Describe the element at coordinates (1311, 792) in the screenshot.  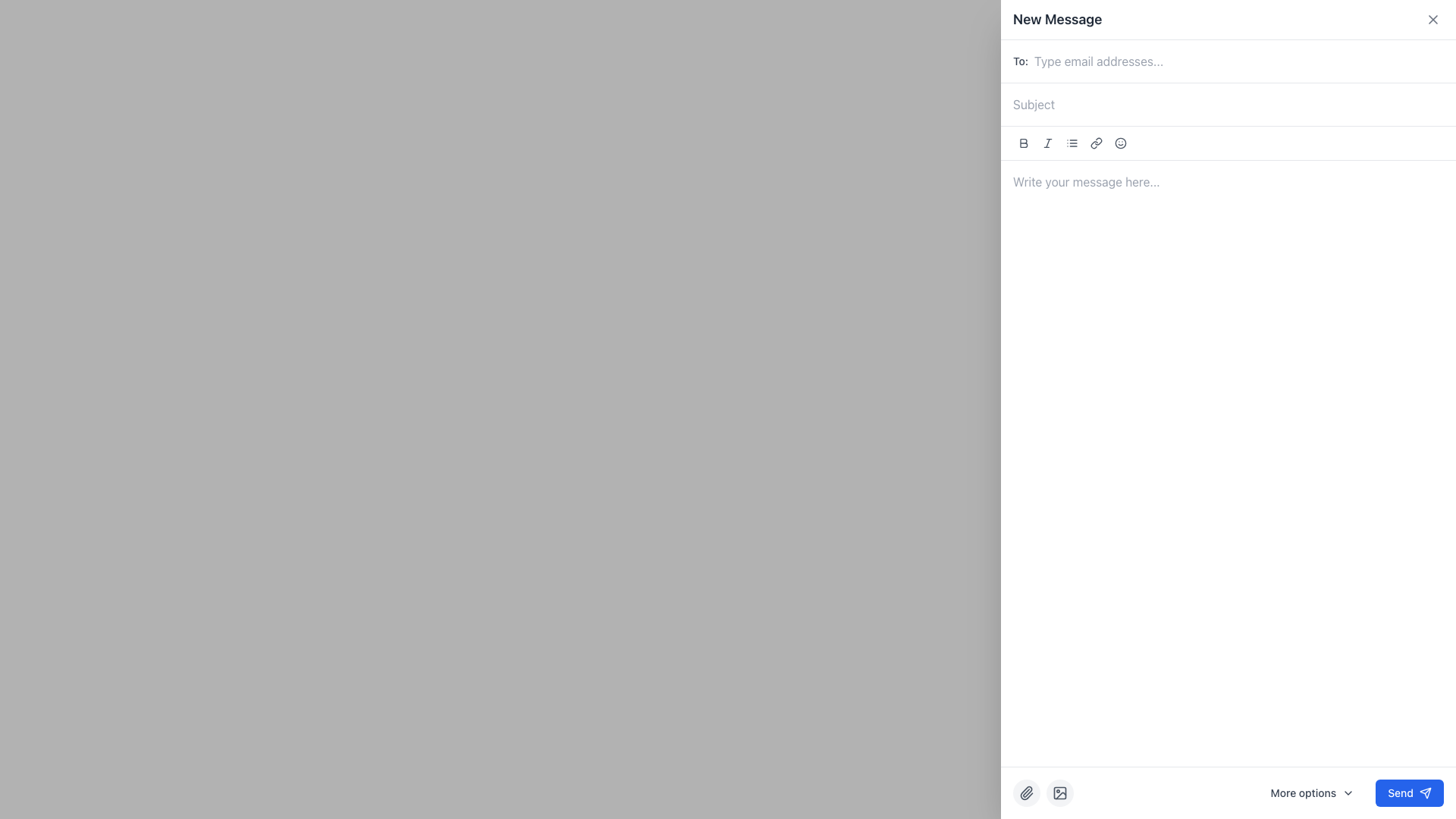
I see `the button with dropdown functionality located in the bottom right corner of the interface within the toolbar` at that location.